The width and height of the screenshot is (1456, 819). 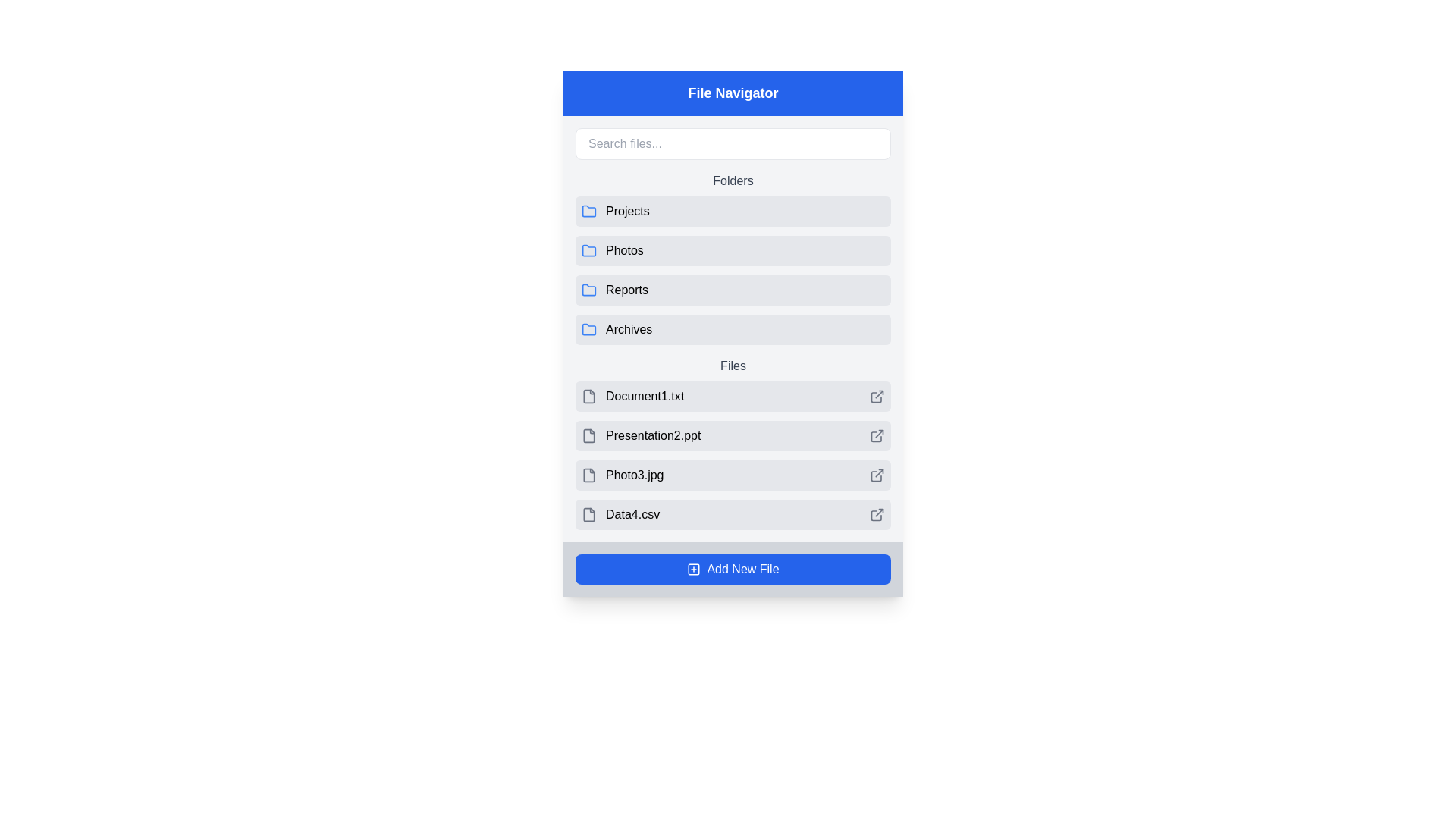 I want to click on the external link icon located to the far right of the file row labeled 'Presentation2.ppt', so click(x=877, y=435).